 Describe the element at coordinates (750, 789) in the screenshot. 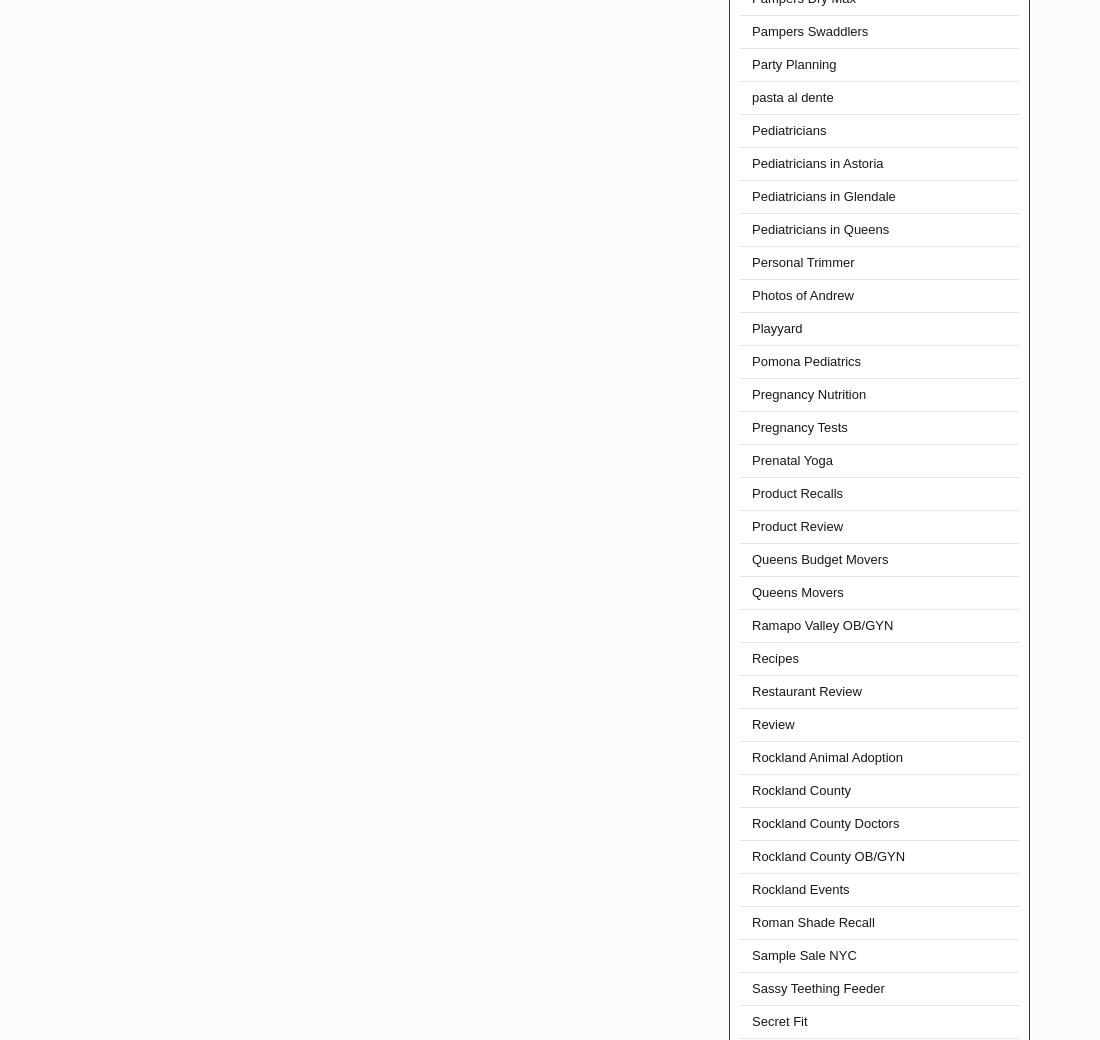

I see `'Rockland County'` at that location.